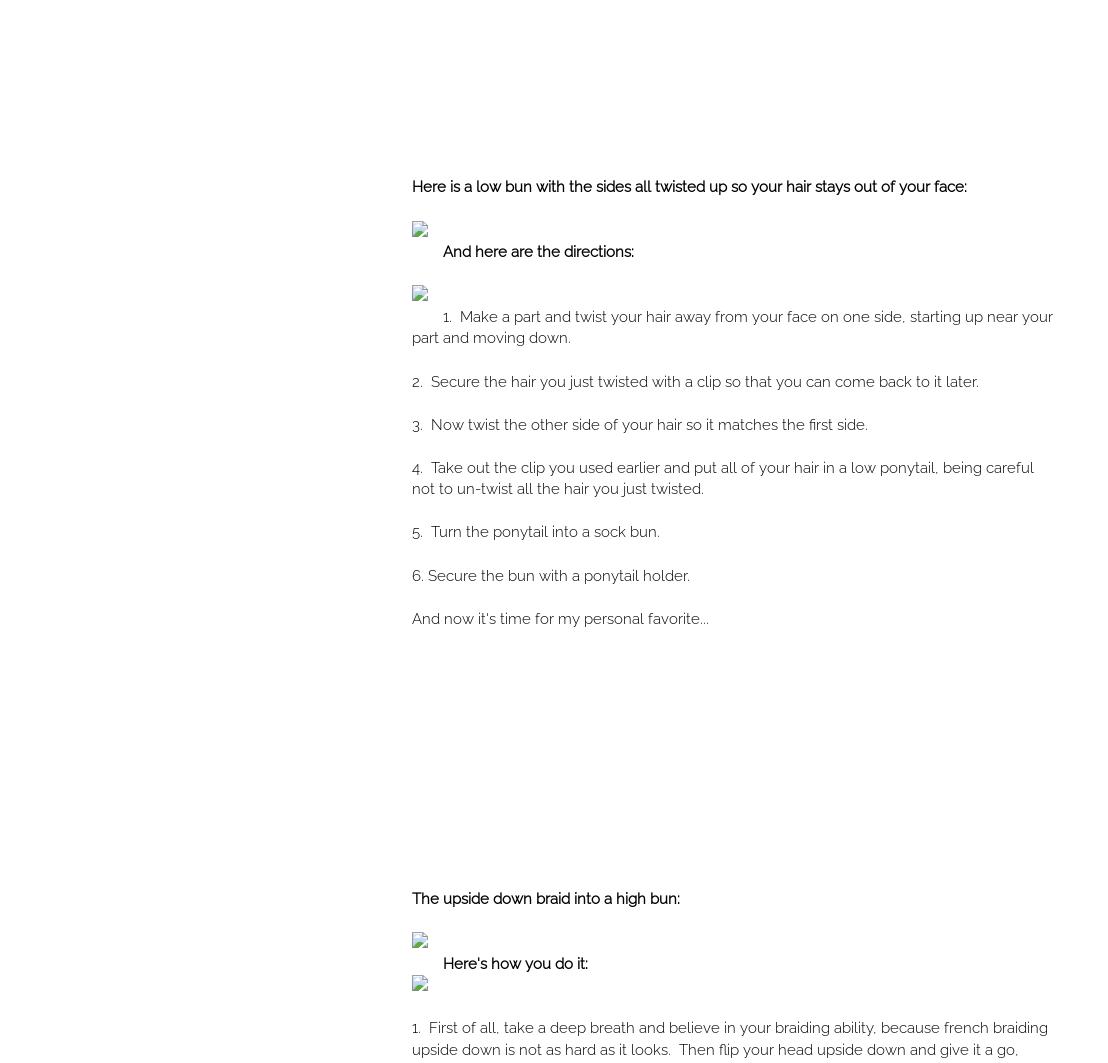  What do you see at coordinates (638, 424) in the screenshot?
I see `'3.  Now twist the other side of your hair so it matches the first side.'` at bounding box center [638, 424].